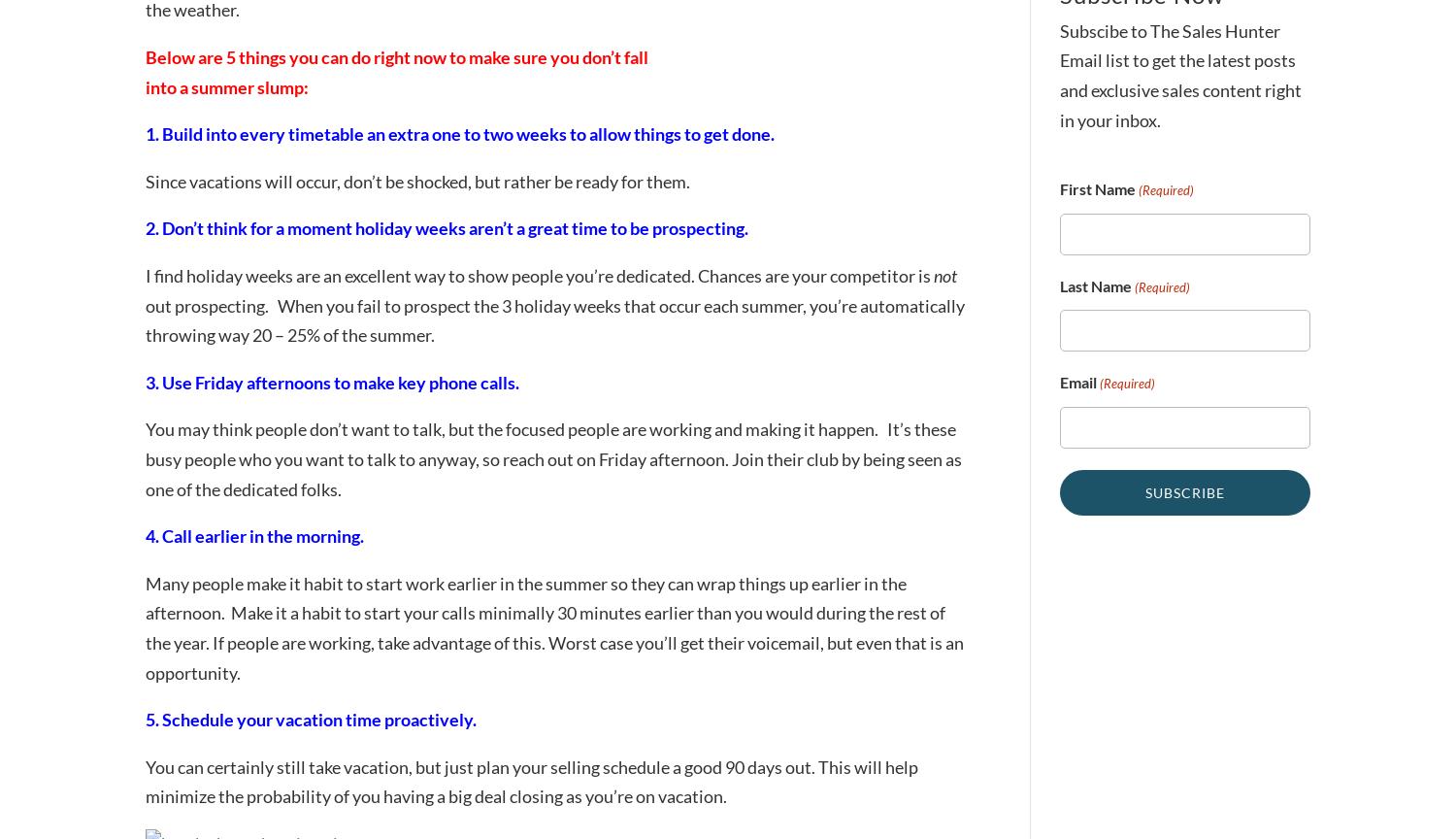  I want to click on 'Last Name', so click(1059, 285).